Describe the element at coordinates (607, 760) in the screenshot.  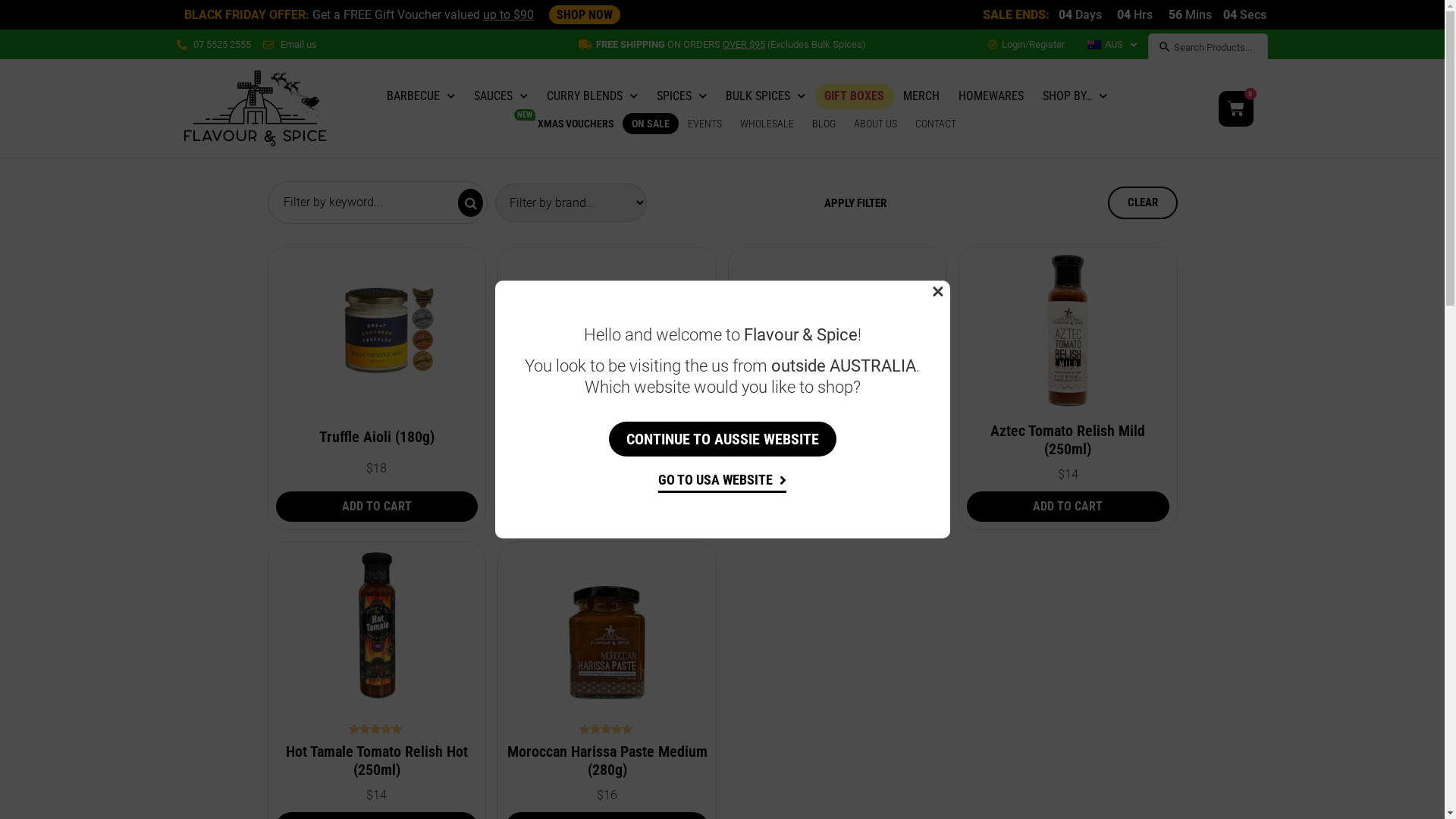
I see `'Moroccan Harissa Paste Medium (280g)'` at that location.